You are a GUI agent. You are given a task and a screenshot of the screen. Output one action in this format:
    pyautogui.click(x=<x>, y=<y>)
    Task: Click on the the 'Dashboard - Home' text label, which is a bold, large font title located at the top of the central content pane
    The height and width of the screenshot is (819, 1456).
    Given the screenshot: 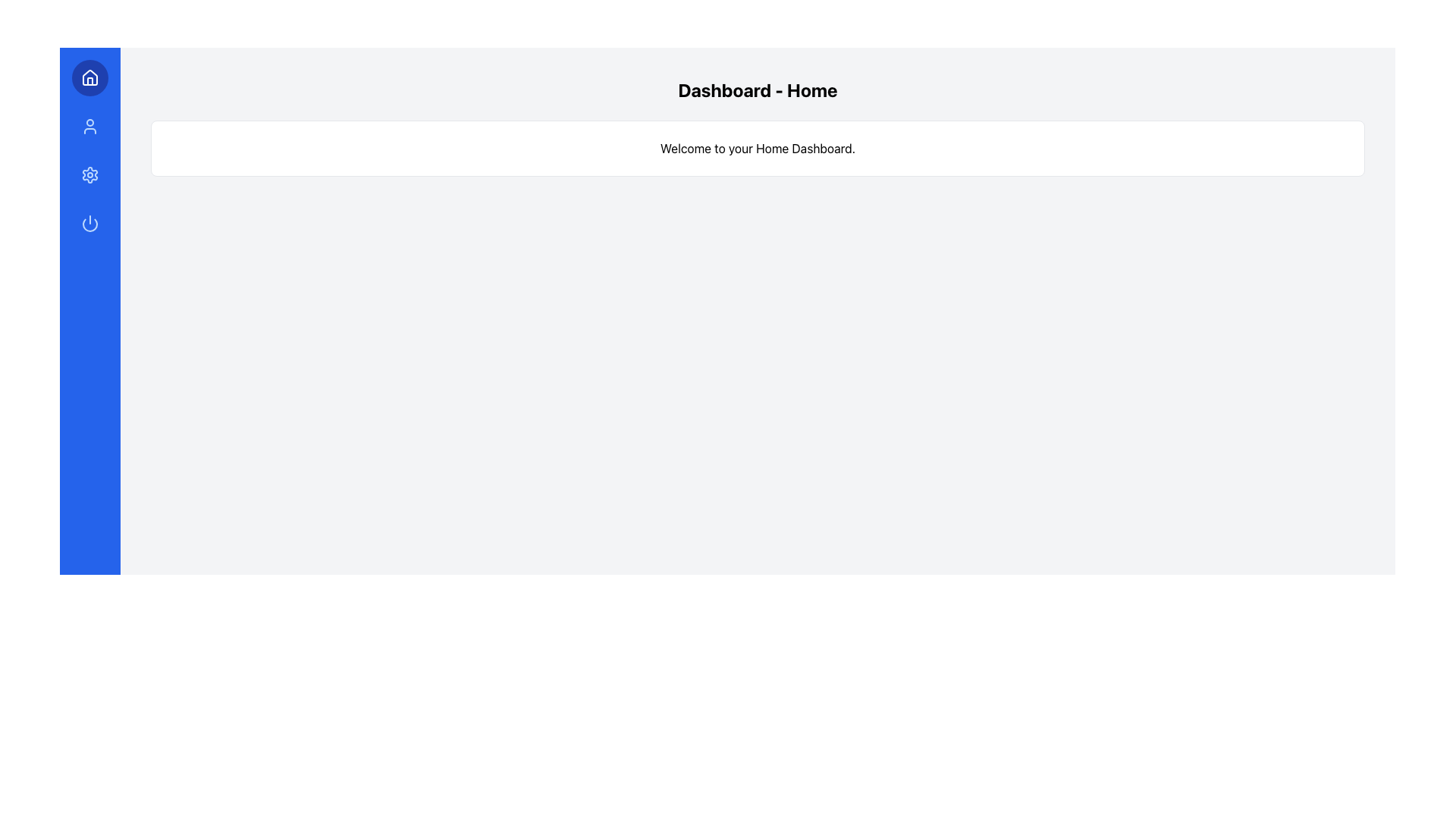 What is the action you would take?
    pyautogui.click(x=758, y=90)
    